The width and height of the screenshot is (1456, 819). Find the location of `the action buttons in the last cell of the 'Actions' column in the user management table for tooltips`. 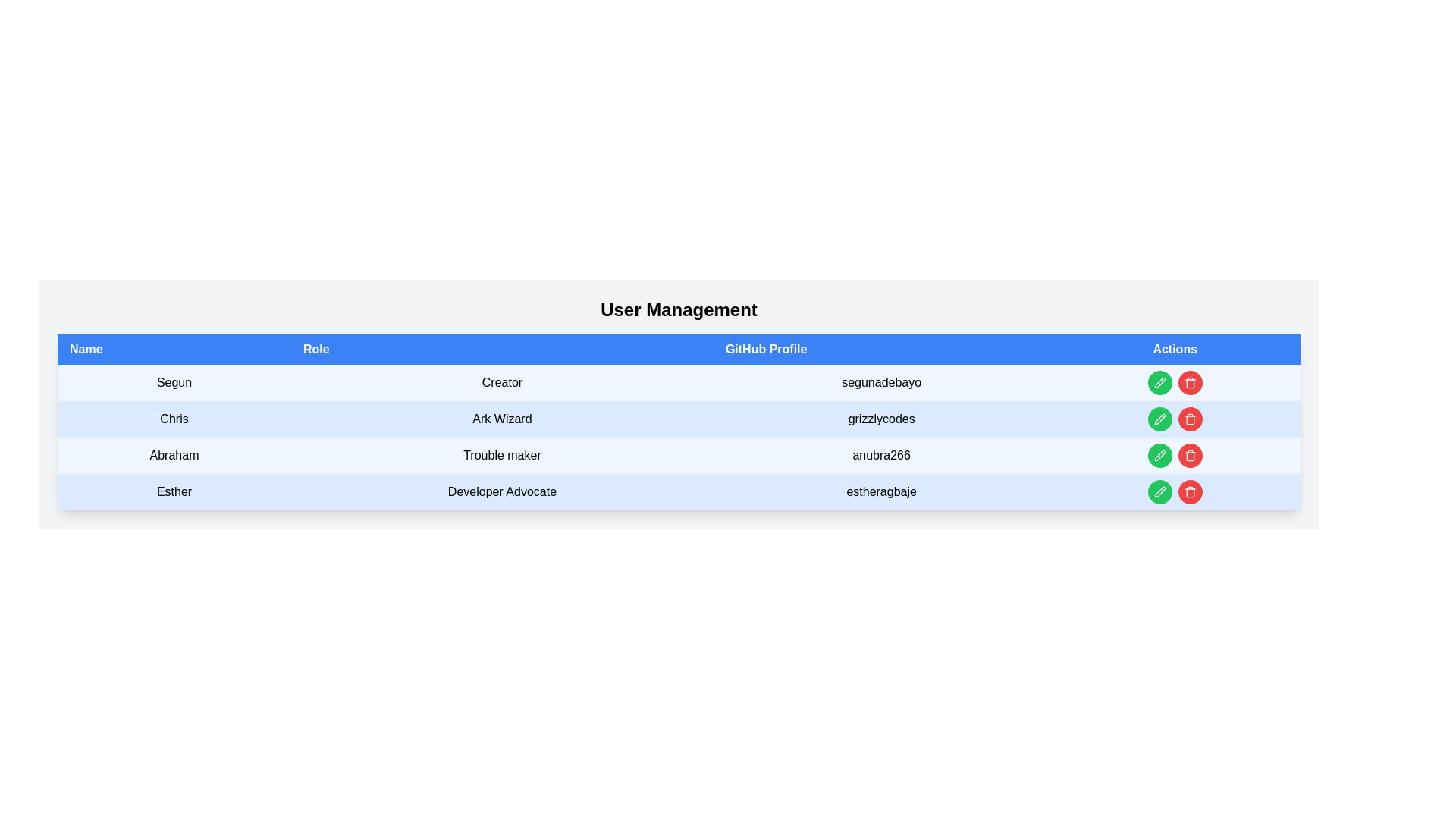

the action buttons in the last cell of the 'Actions' column in the user management table for tooltips is located at coordinates (1174, 382).